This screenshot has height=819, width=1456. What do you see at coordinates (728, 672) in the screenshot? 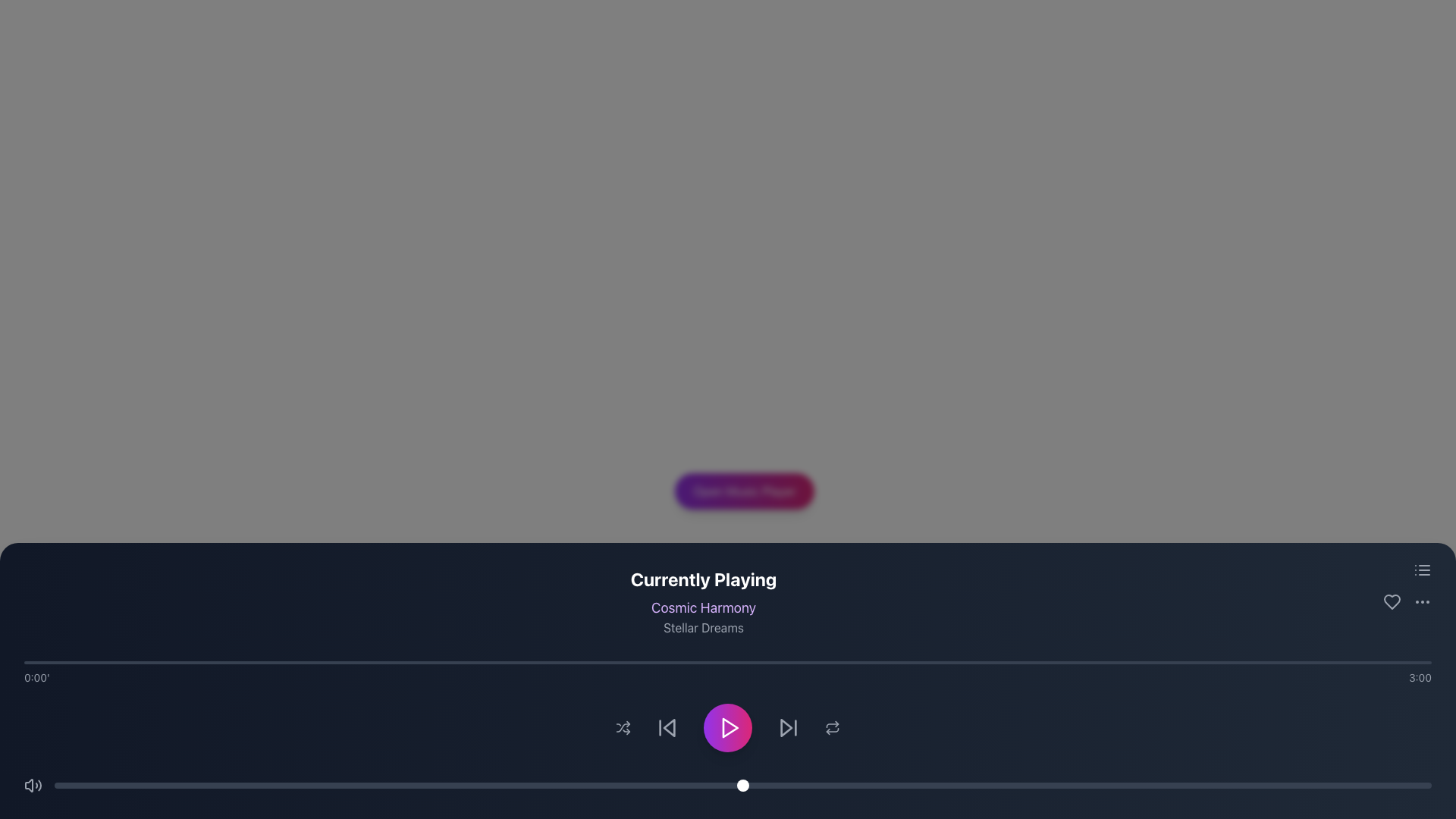
I see `the horizontal progress bar, which is a thin gradient-colored line labeled with '0:00' and '3:00', located near the bottom section of the display above the playback controls` at bounding box center [728, 672].